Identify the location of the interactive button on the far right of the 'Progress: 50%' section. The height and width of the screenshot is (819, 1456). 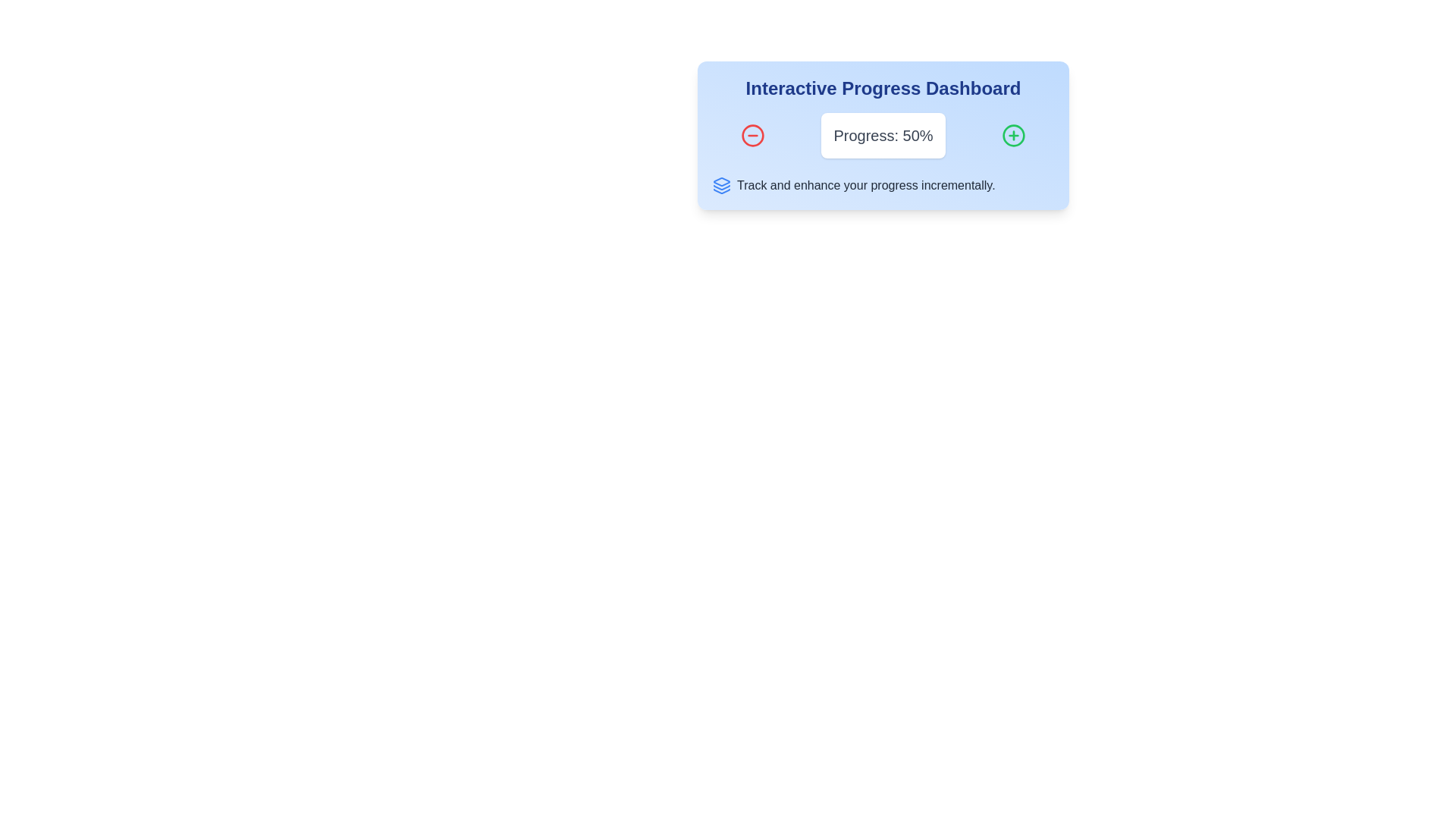
(1013, 134).